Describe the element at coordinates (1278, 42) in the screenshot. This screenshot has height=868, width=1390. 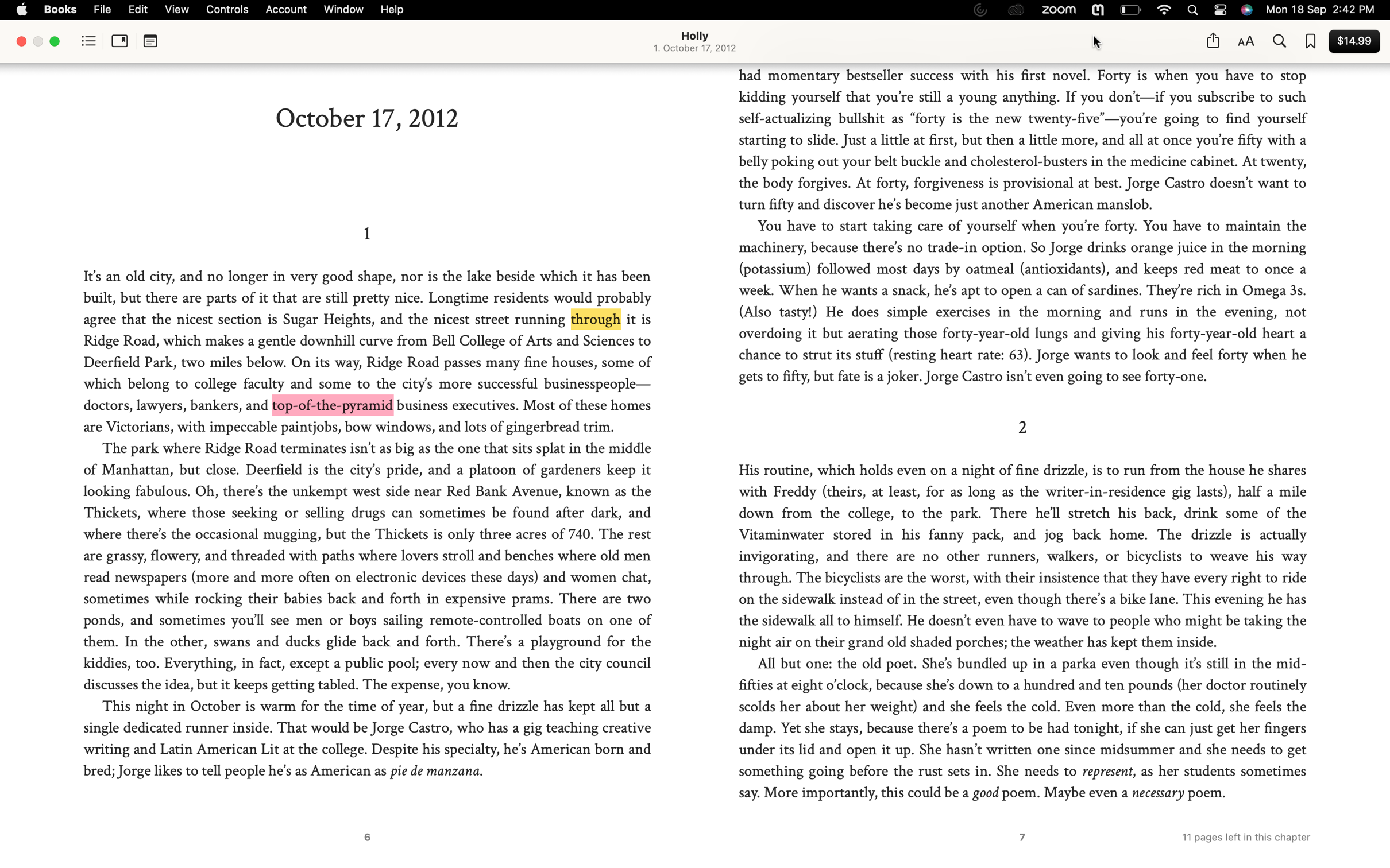
I see `Locate the word "angry" in an e-book` at that location.